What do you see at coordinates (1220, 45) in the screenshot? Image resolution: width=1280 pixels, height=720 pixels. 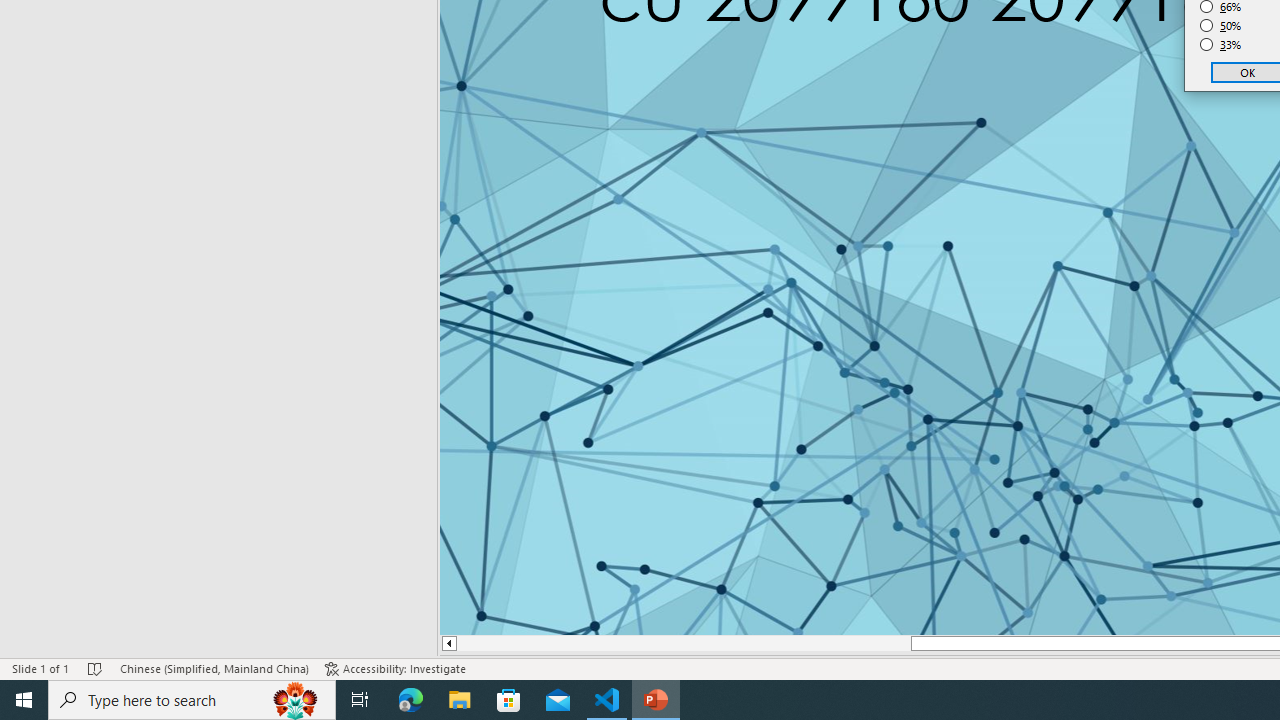 I see `'33%'` at bounding box center [1220, 45].